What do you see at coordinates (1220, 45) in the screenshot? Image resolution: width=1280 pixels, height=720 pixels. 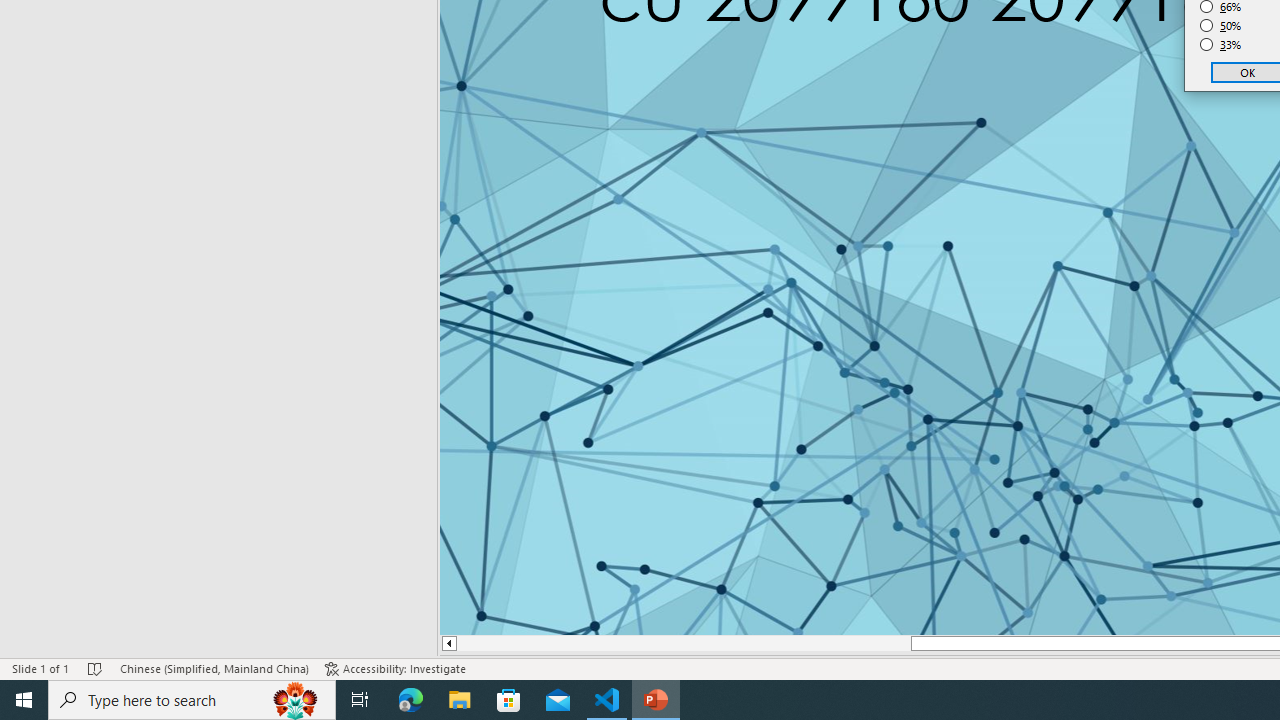 I see `'33%'` at bounding box center [1220, 45].